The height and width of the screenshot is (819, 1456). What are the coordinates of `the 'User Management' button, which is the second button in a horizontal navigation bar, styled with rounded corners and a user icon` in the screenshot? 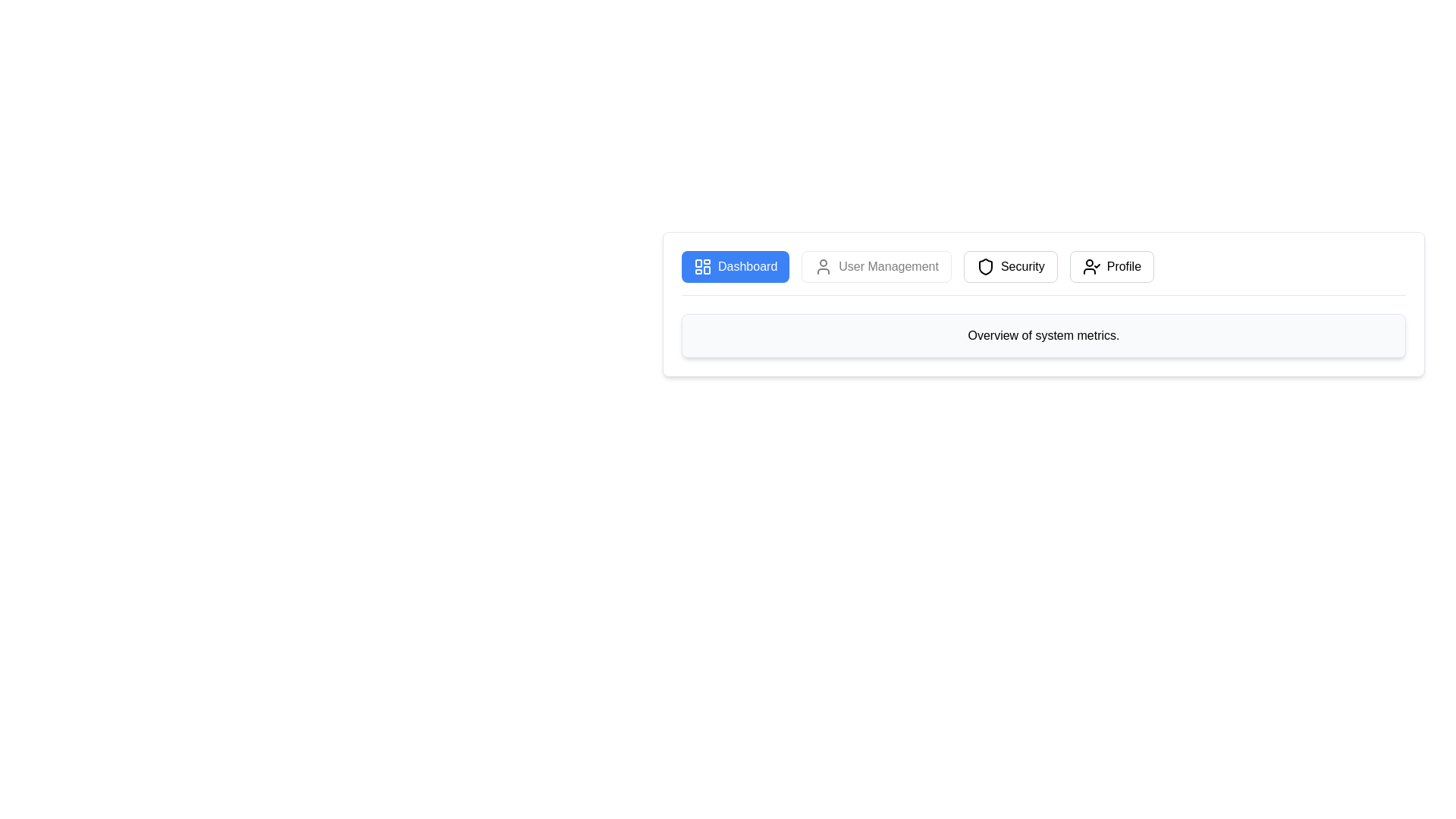 It's located at (877, 265).